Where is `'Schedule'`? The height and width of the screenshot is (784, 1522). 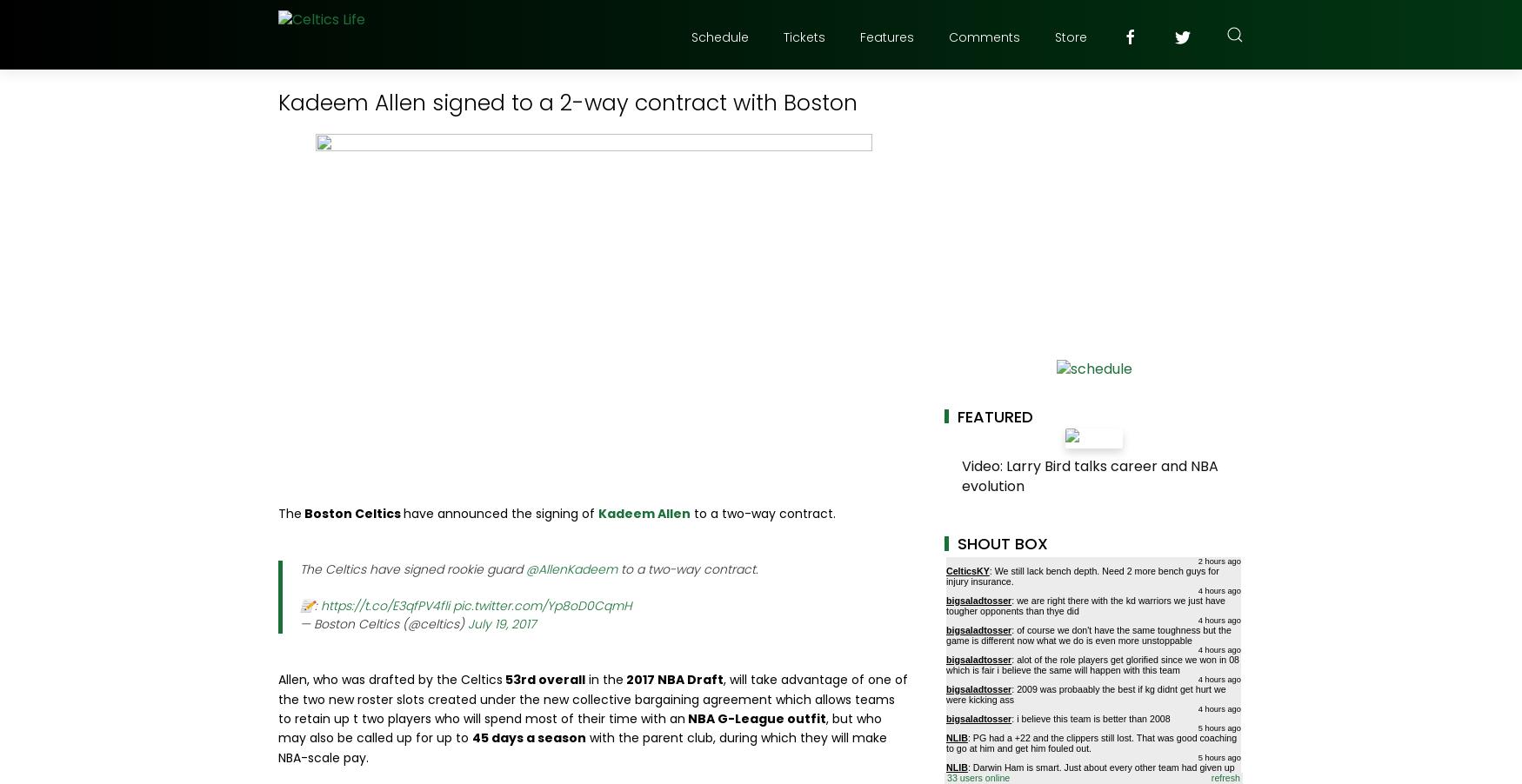
'Schedule' is located at coordinates (719, 37).